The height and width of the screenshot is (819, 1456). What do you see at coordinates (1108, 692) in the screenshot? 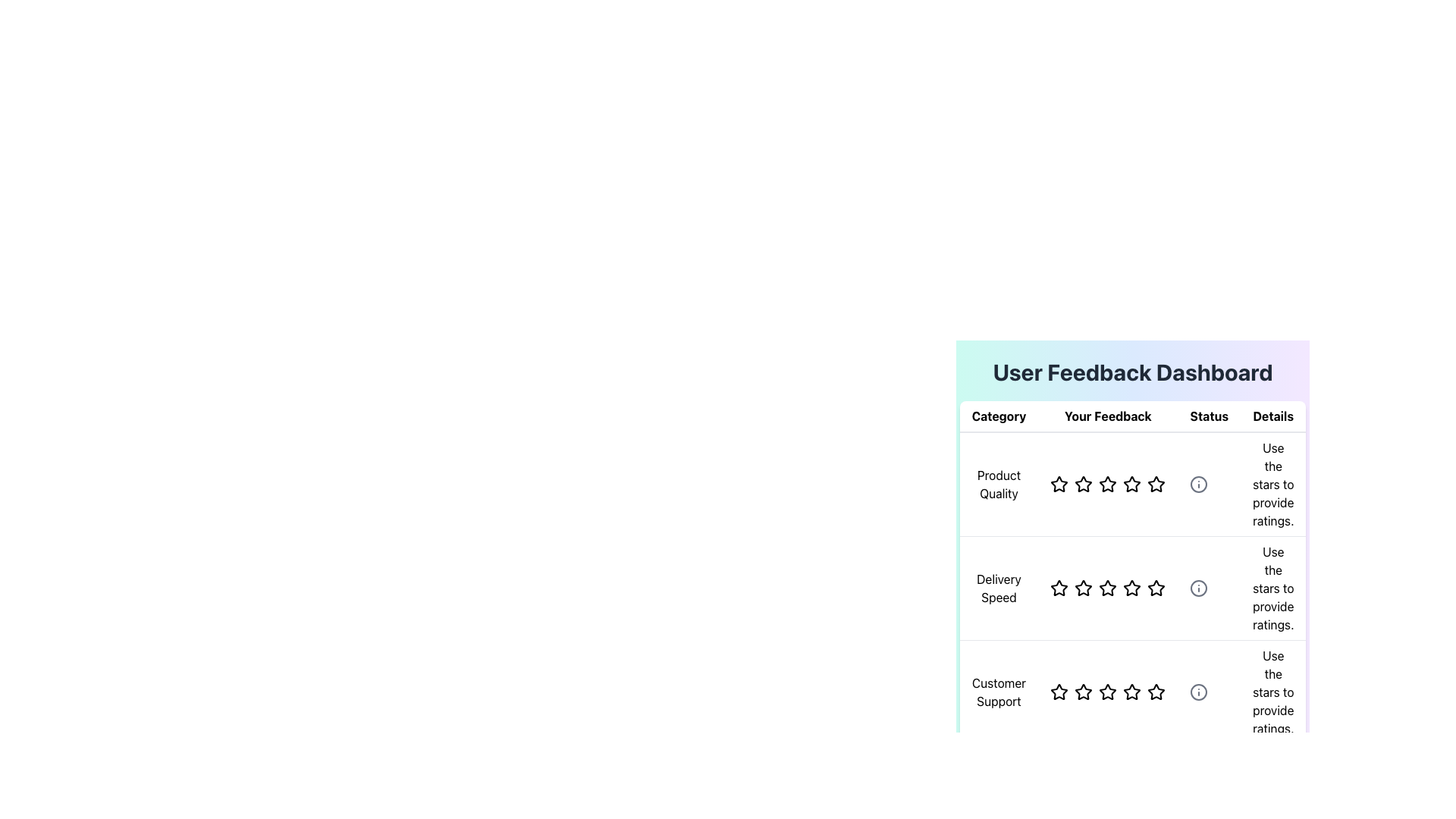
I see `the third star icon in the 'Customer Support' row under the 'Your Feedback' section to set a rating` at bounding box center [1108, 692].